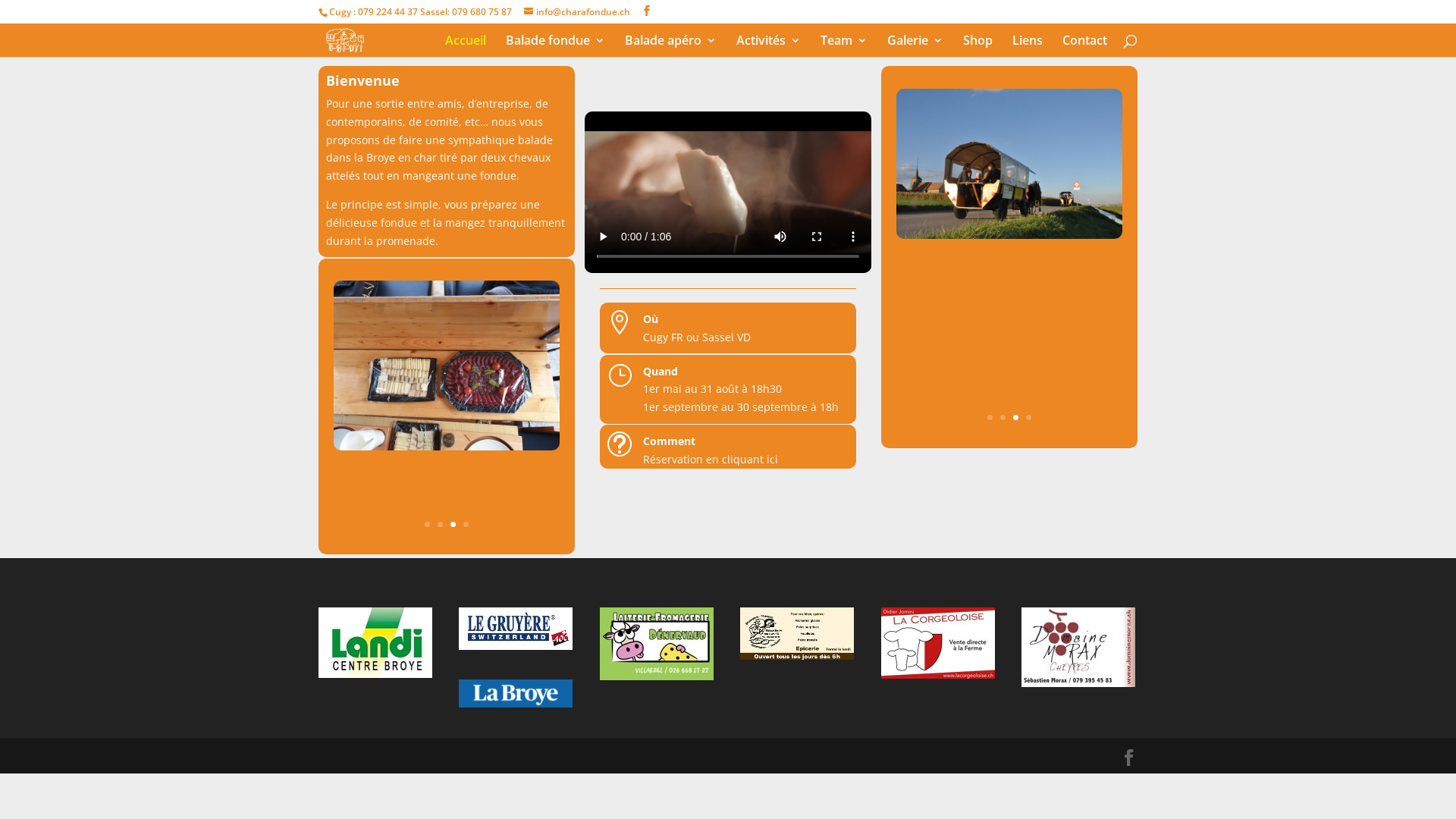  What do you see at coordinates (426, 523) in the screenshot?
I see `'1'` at bounding box center [426, 523].